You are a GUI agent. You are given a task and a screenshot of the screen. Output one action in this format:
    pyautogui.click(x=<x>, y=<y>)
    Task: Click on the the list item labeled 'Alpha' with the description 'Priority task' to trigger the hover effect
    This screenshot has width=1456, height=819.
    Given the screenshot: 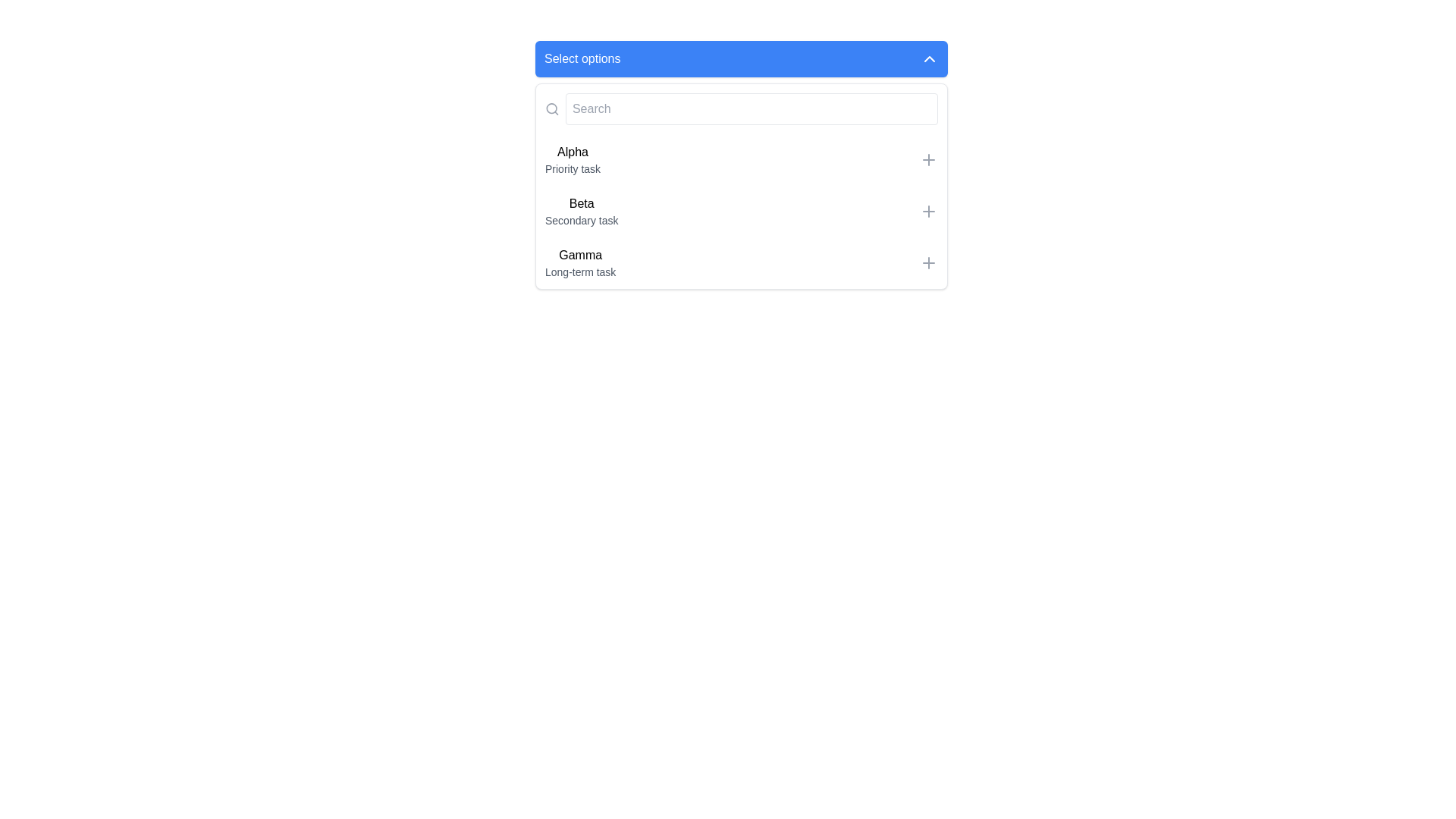 What is the action you would take?
    pyautogui.click(x=572, y=160)
    